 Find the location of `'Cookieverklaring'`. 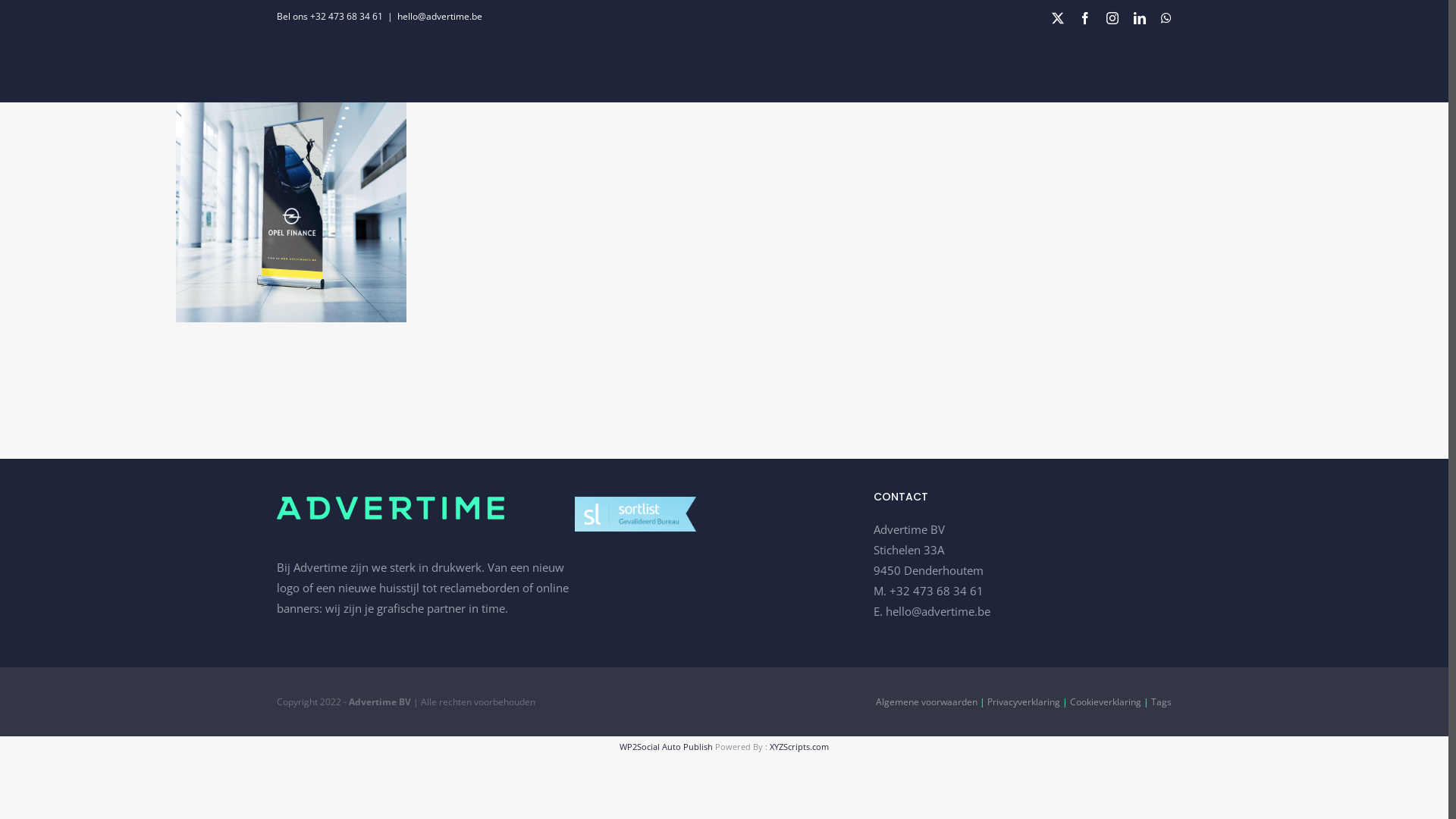

'Cookieverklaring' is located at coordinates (1106, 701).